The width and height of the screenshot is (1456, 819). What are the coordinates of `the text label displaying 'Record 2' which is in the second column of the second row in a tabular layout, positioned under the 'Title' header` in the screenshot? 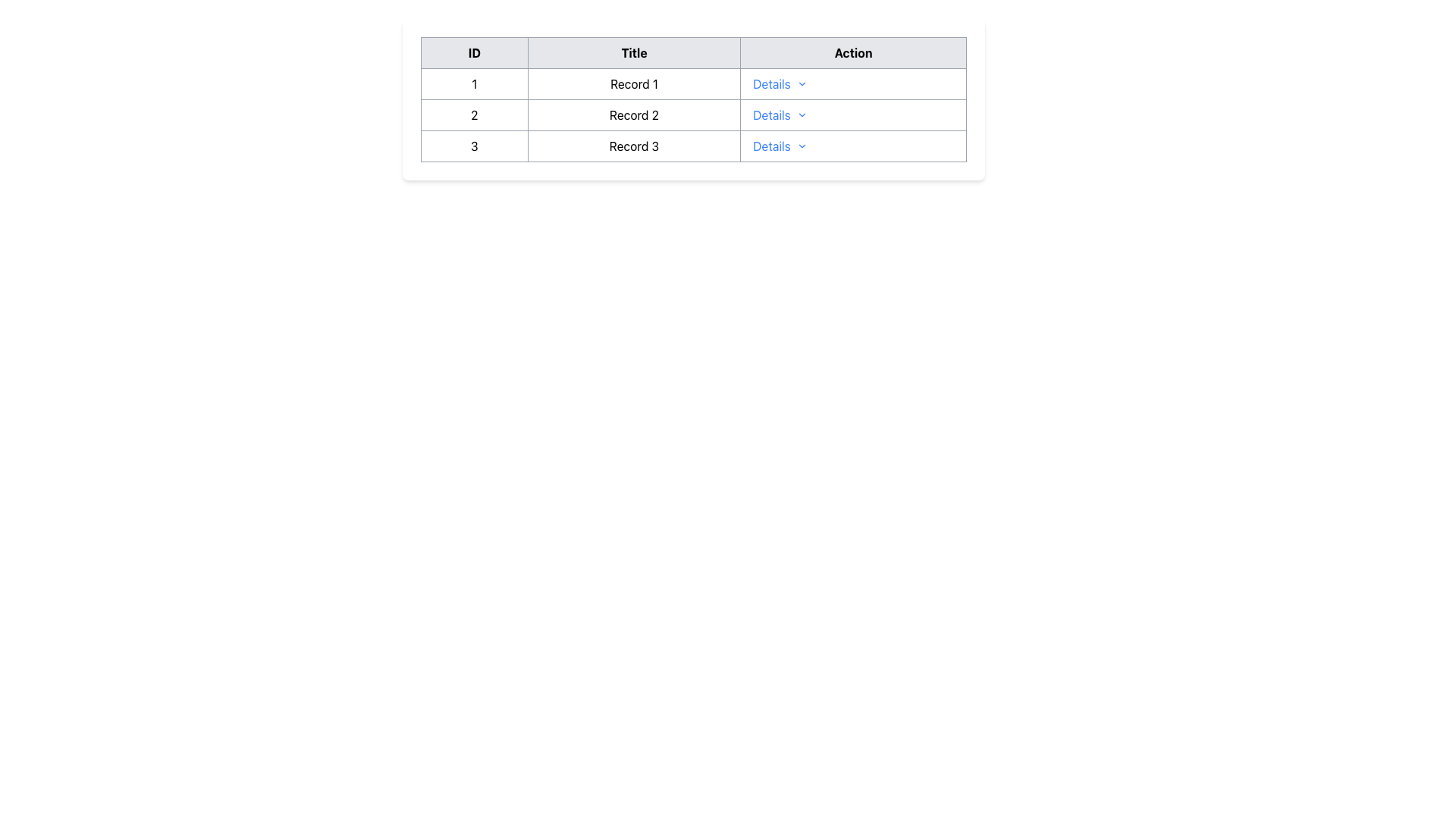 It's located at (634, 114).